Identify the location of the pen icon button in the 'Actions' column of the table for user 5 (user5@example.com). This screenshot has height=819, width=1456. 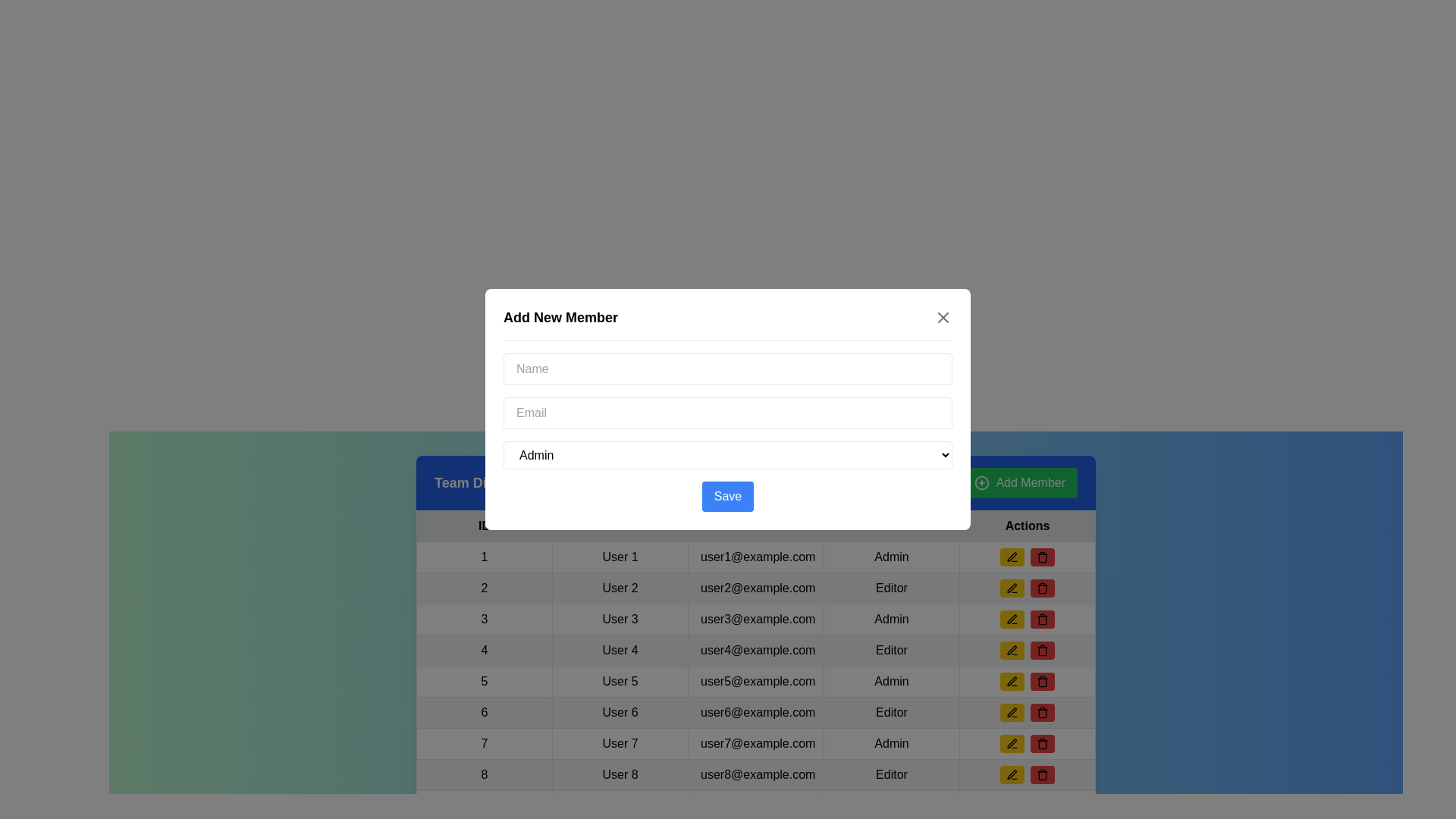
(1012, 680).